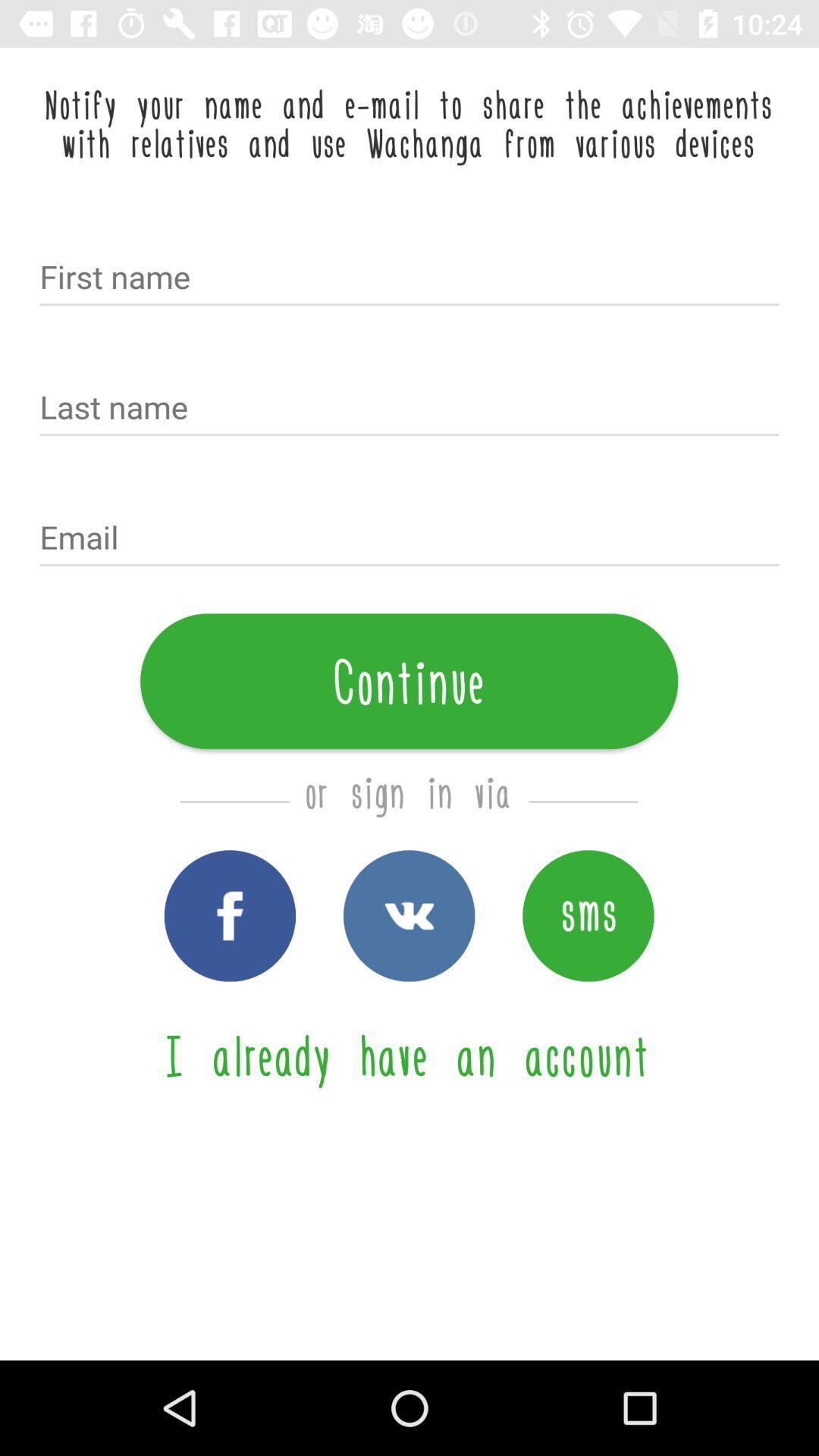  I want to click on the facebook icon, so click(230, 915).